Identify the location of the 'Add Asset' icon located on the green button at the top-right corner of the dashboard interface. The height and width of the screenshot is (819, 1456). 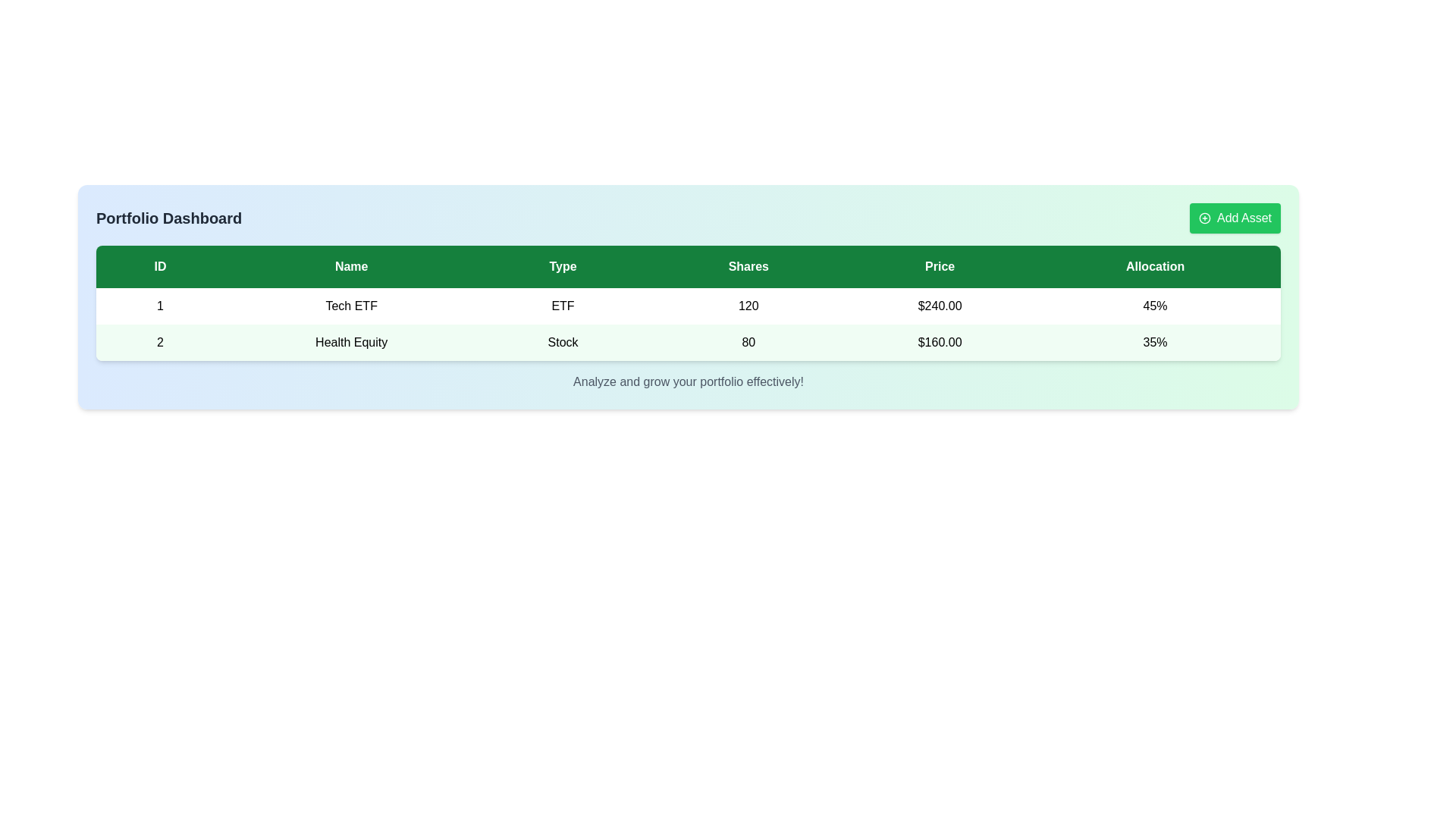
(1203, 218).